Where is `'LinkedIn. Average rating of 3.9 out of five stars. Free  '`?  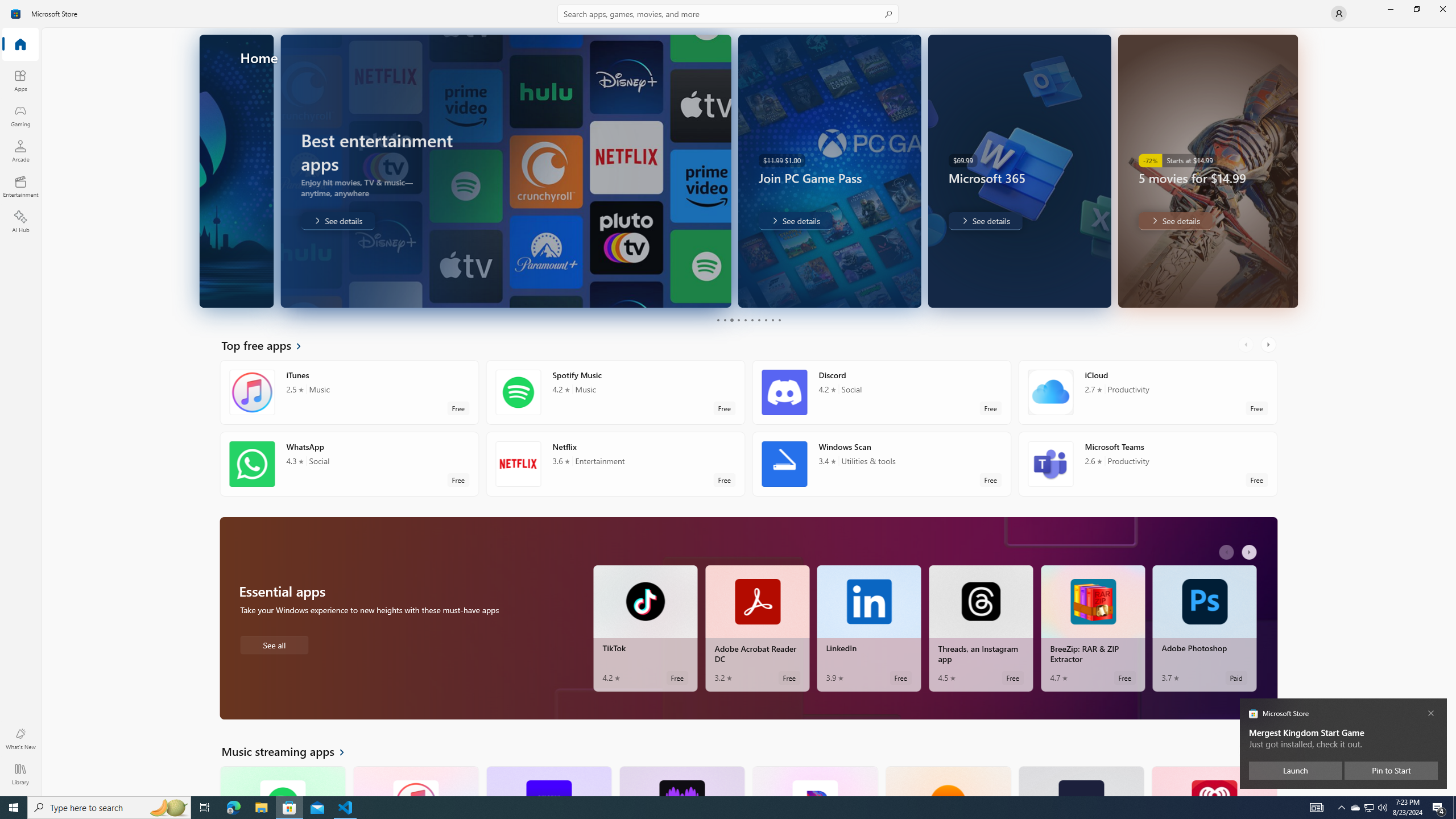
'LinkedIn. Average rating of 3.9 out of five stars. Free  ' is located at coordinates (869, 628).